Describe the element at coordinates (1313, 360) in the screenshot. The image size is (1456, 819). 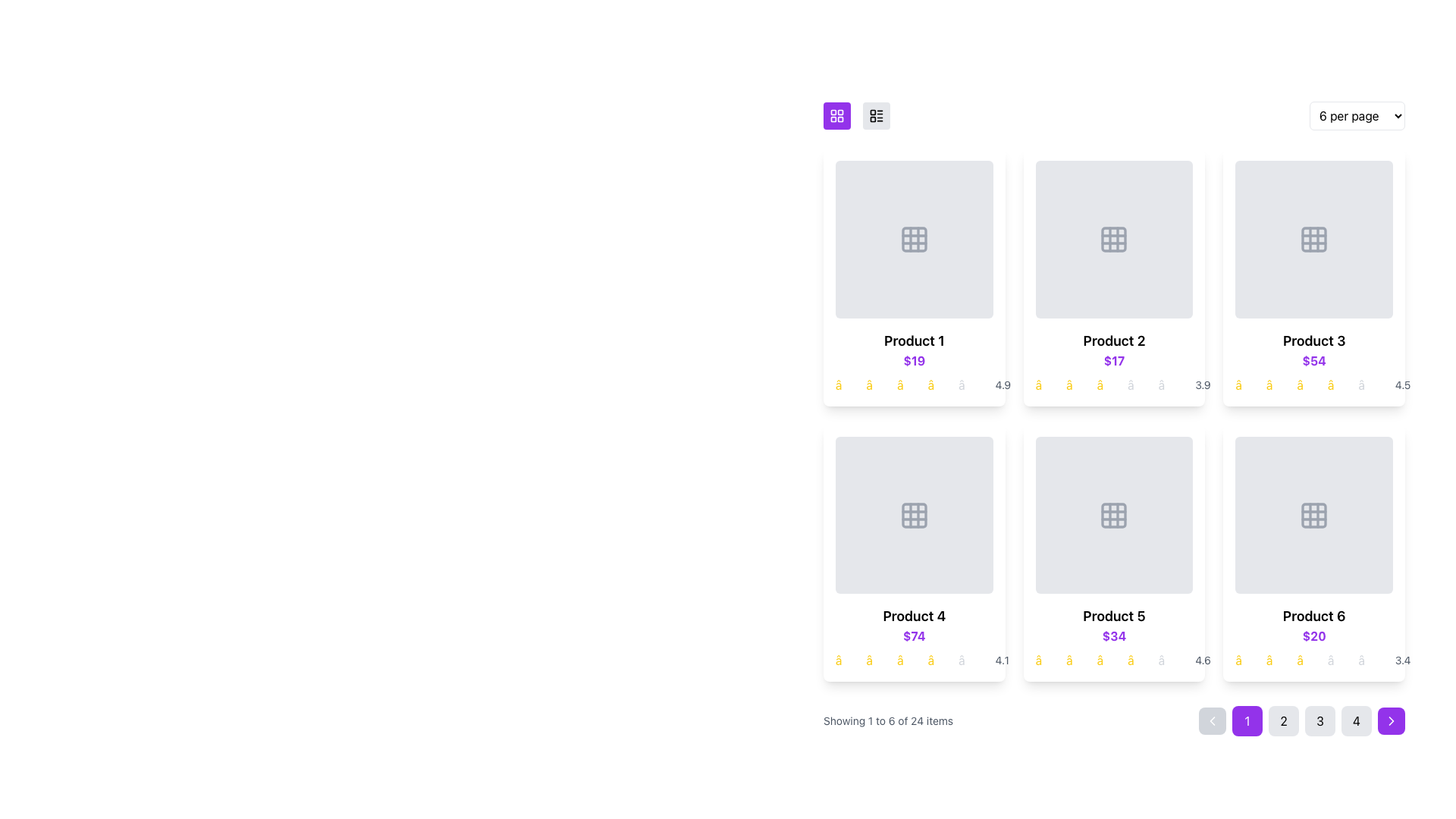
I see `the numerical price value, '$54', styled in bold and purple text, located beneath 'Product 3' in the Product 3 card` at that location.